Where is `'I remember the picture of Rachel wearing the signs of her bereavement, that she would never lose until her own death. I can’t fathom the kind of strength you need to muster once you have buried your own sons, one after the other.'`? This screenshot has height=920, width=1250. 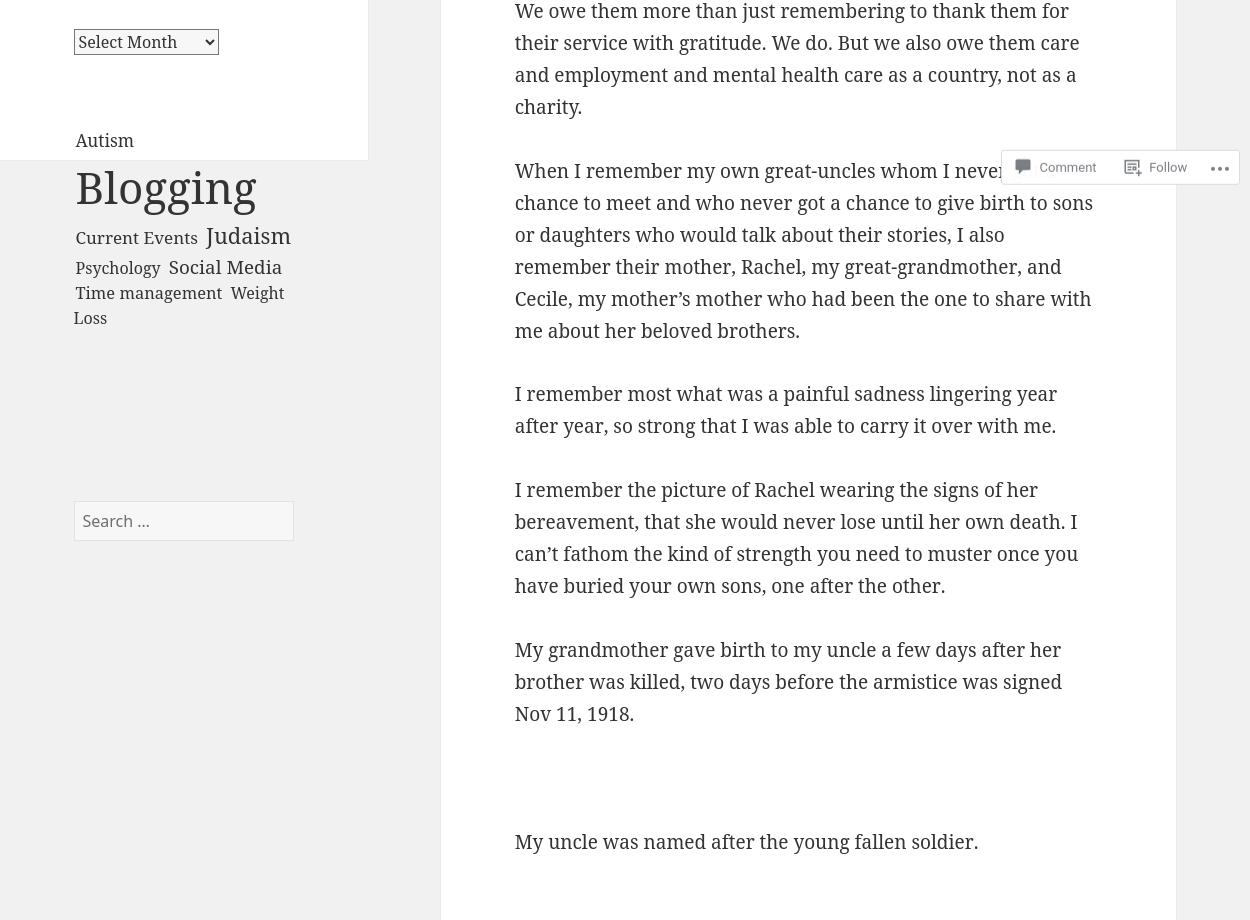 'I remember the picture of Rachel wearing the signs of her bereavement, that she would never lose until her own death. I can’t fathom the kind of strength you need to muster once you have buried your own sons, one after the other.' is located at coordinates (796, 538).